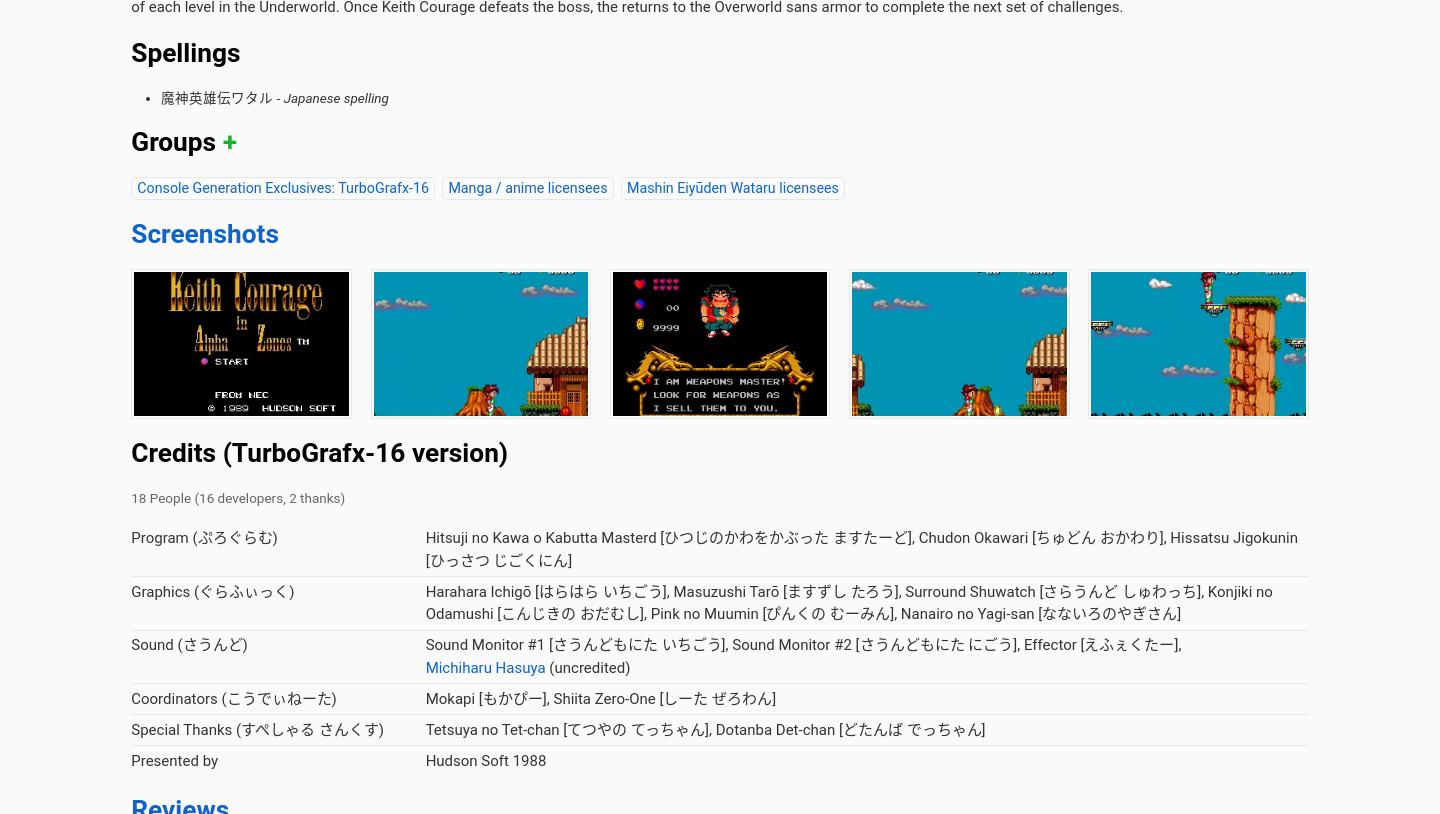 The height and width of the screenshot is (814, 1440). Describe the element at coordinates (240, 145) in the screenshot. I see `'Alternate Title'` at that location.